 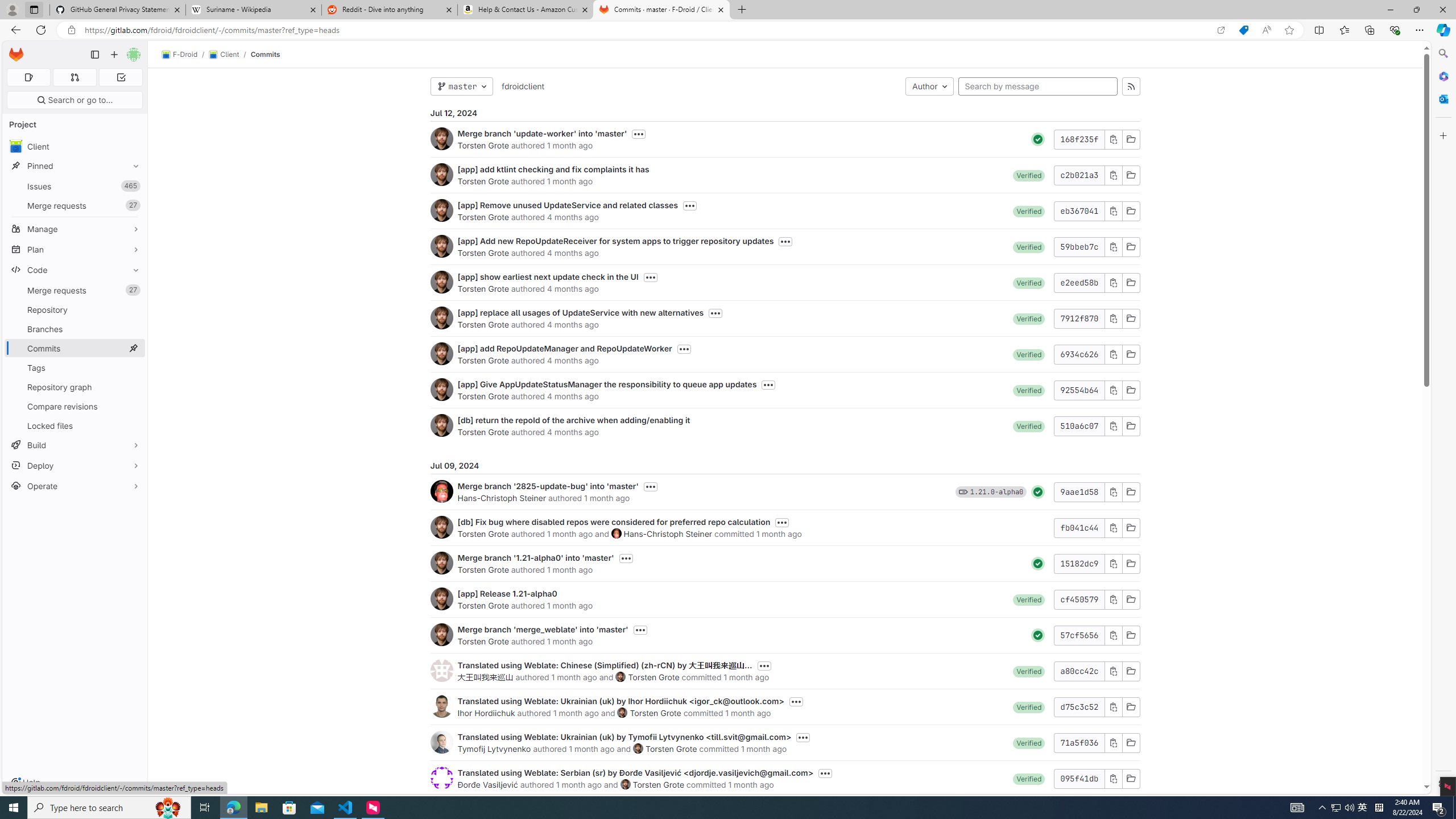 I want to click on 'Compare revisions', so click(x=74, y=406).